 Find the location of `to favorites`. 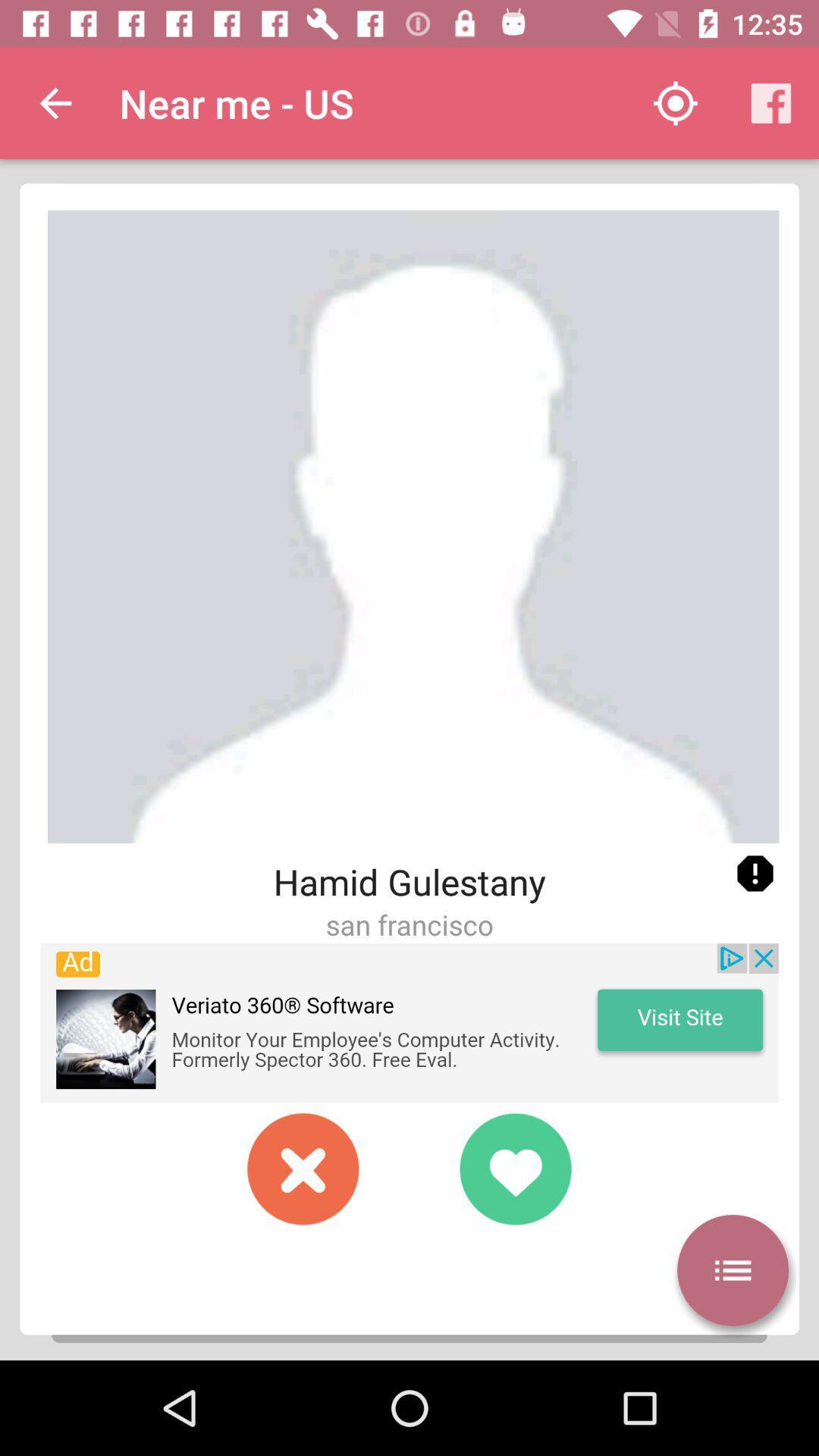

to favorites is located at coordinates (514, 1168).